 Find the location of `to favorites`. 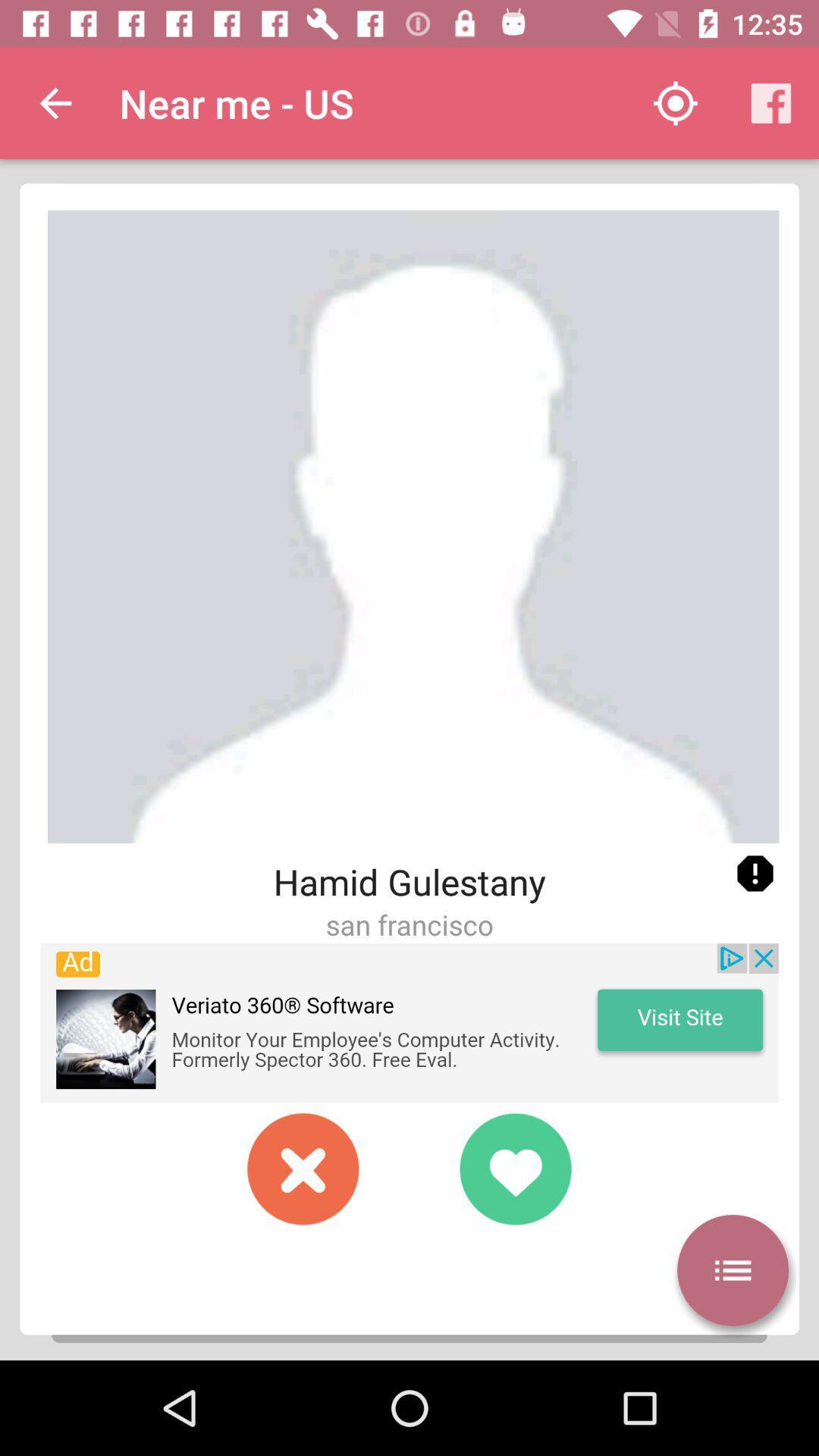

to favorites is located at coordinates (514, 1168).